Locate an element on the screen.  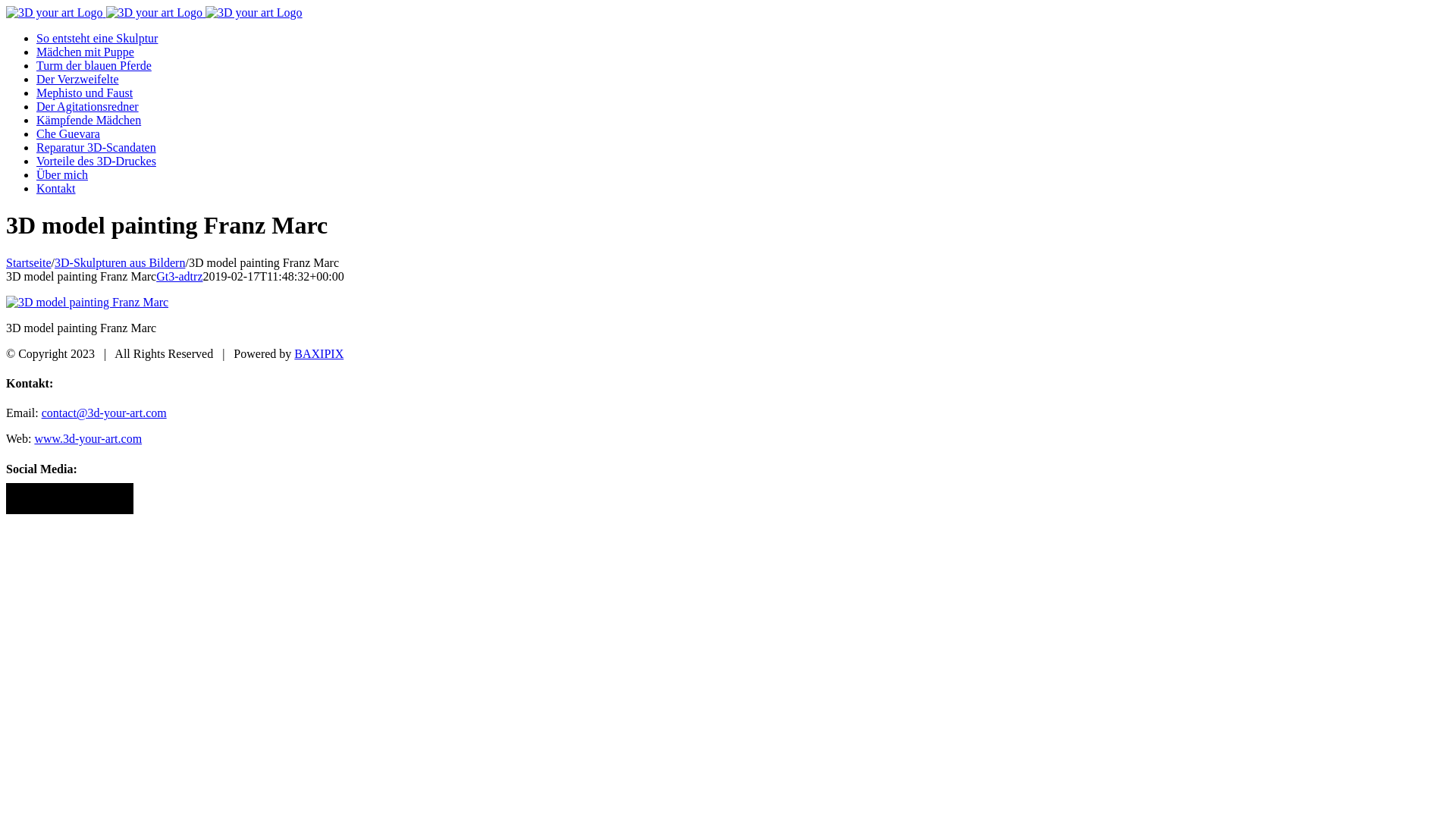
'LinkedIn' is located at coordinates (51, 498).